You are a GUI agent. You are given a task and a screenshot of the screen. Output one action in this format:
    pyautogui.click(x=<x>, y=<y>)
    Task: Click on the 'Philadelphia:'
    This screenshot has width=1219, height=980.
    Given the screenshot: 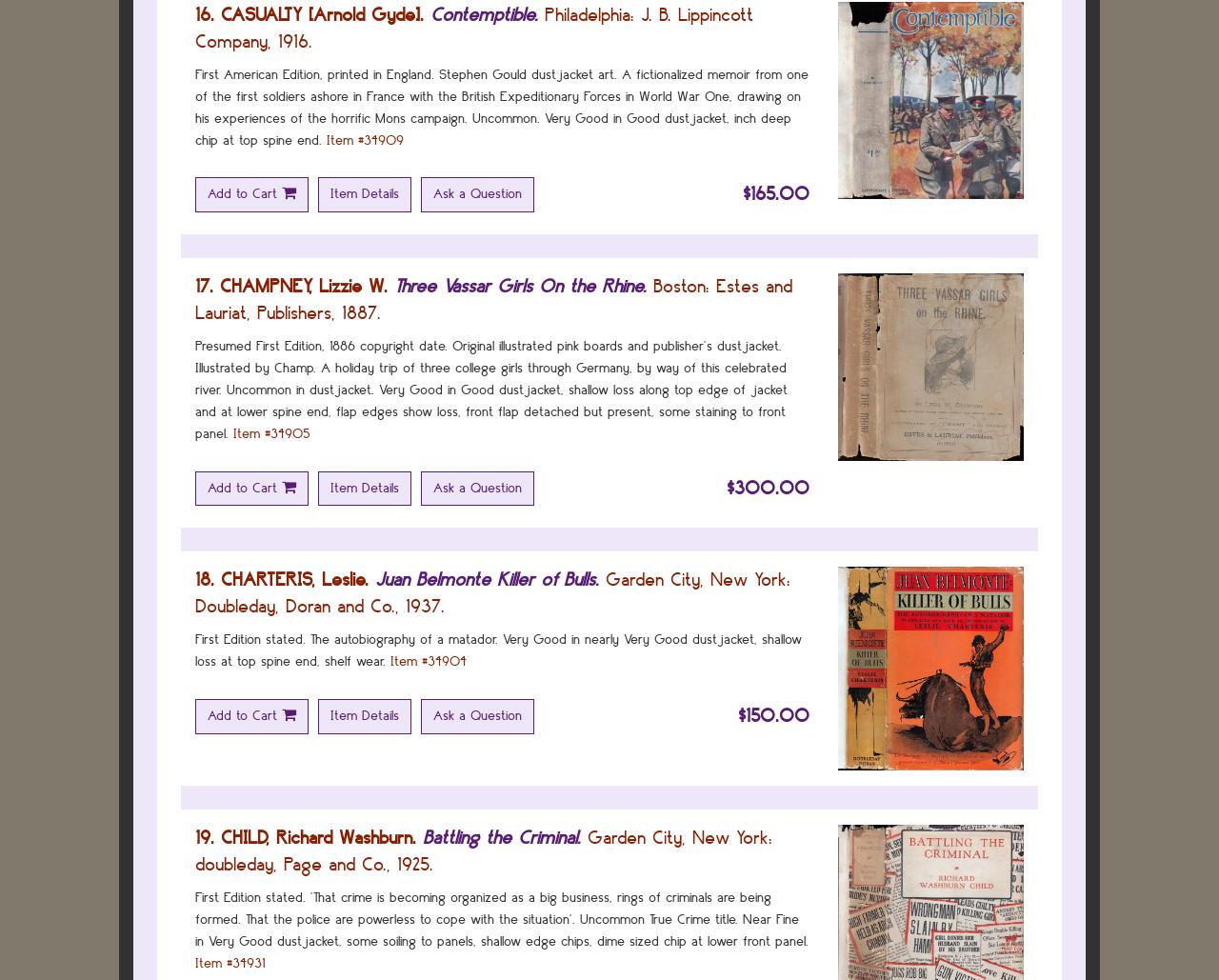 What is the action you would take?
    pyautogui.click(x=591, y=14)
    